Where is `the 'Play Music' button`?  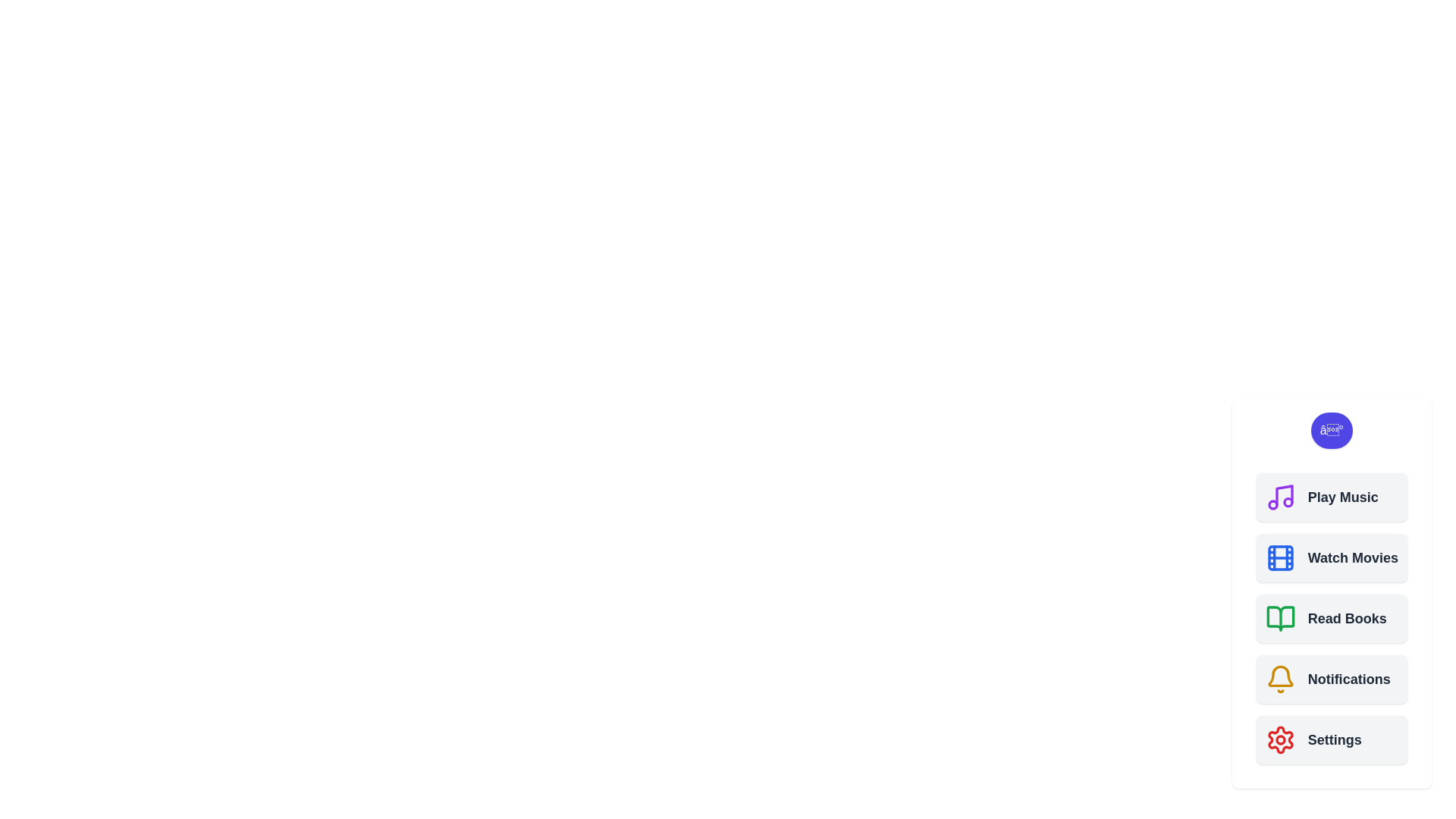
the 'Play Music' button is located at coordinates (1331, 497).